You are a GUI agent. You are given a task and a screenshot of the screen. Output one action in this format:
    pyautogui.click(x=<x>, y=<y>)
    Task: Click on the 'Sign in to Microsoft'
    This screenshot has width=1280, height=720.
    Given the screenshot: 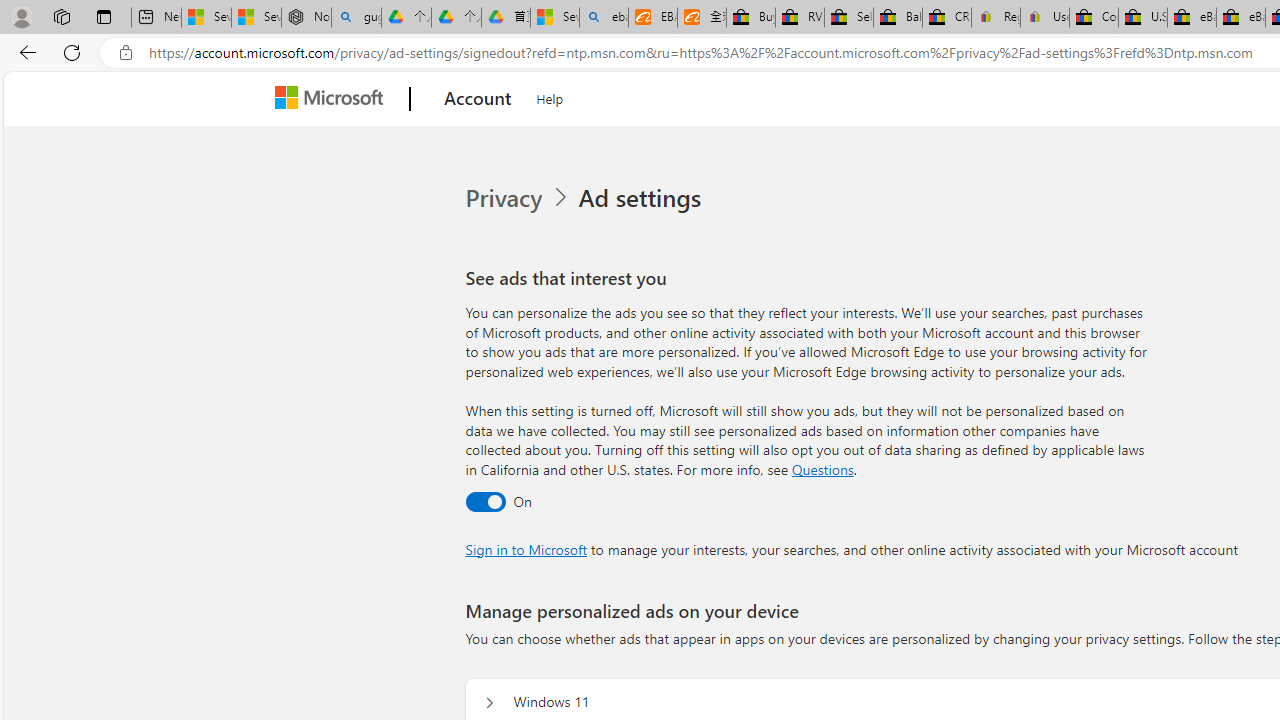 What is the action you would take?
    pyautogui.click(x=526, y=549)
    